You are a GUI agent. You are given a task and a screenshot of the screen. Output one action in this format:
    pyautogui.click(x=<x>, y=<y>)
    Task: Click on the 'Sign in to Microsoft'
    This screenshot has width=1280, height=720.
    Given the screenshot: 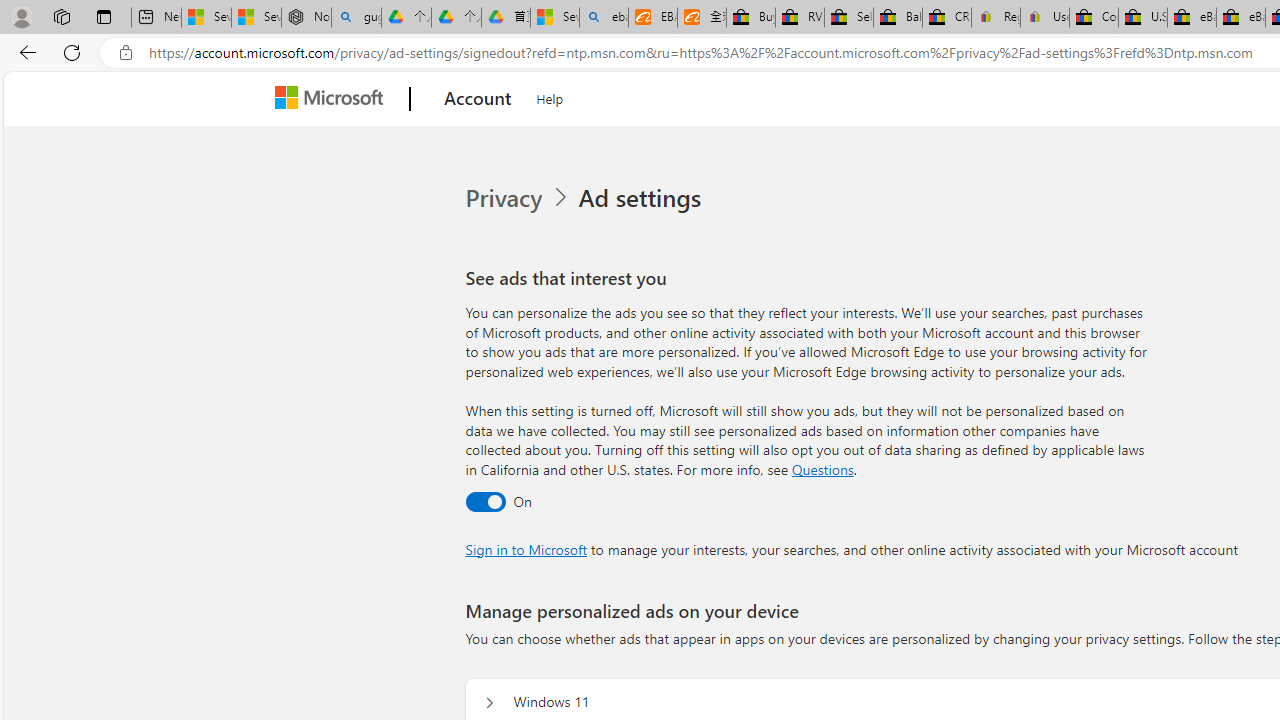 What is the action you would take?
    pyautogui.click(x=526, y=549)
    